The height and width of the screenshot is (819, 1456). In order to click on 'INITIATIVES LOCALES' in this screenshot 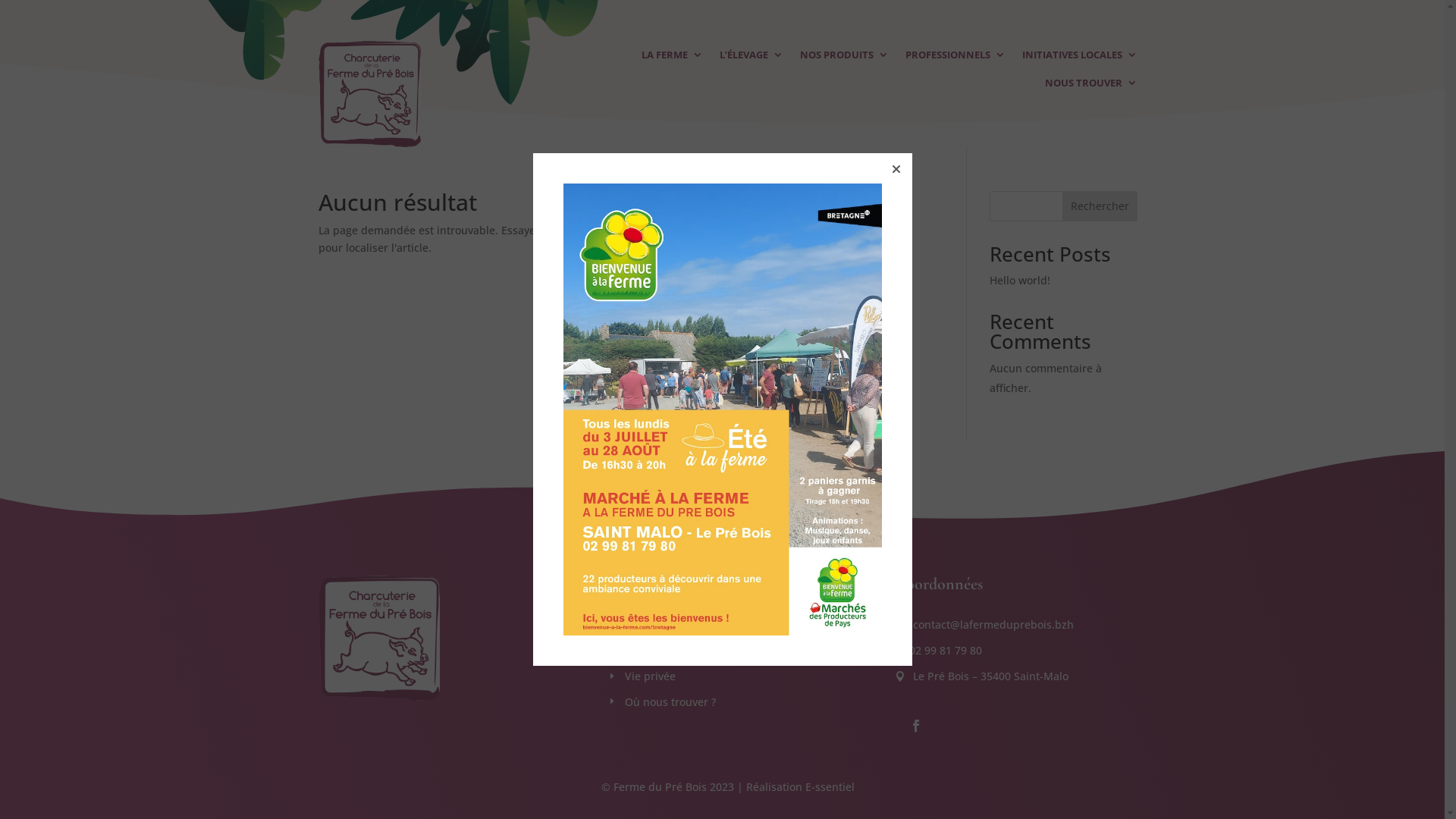, I will do `click(1079, 57)`.